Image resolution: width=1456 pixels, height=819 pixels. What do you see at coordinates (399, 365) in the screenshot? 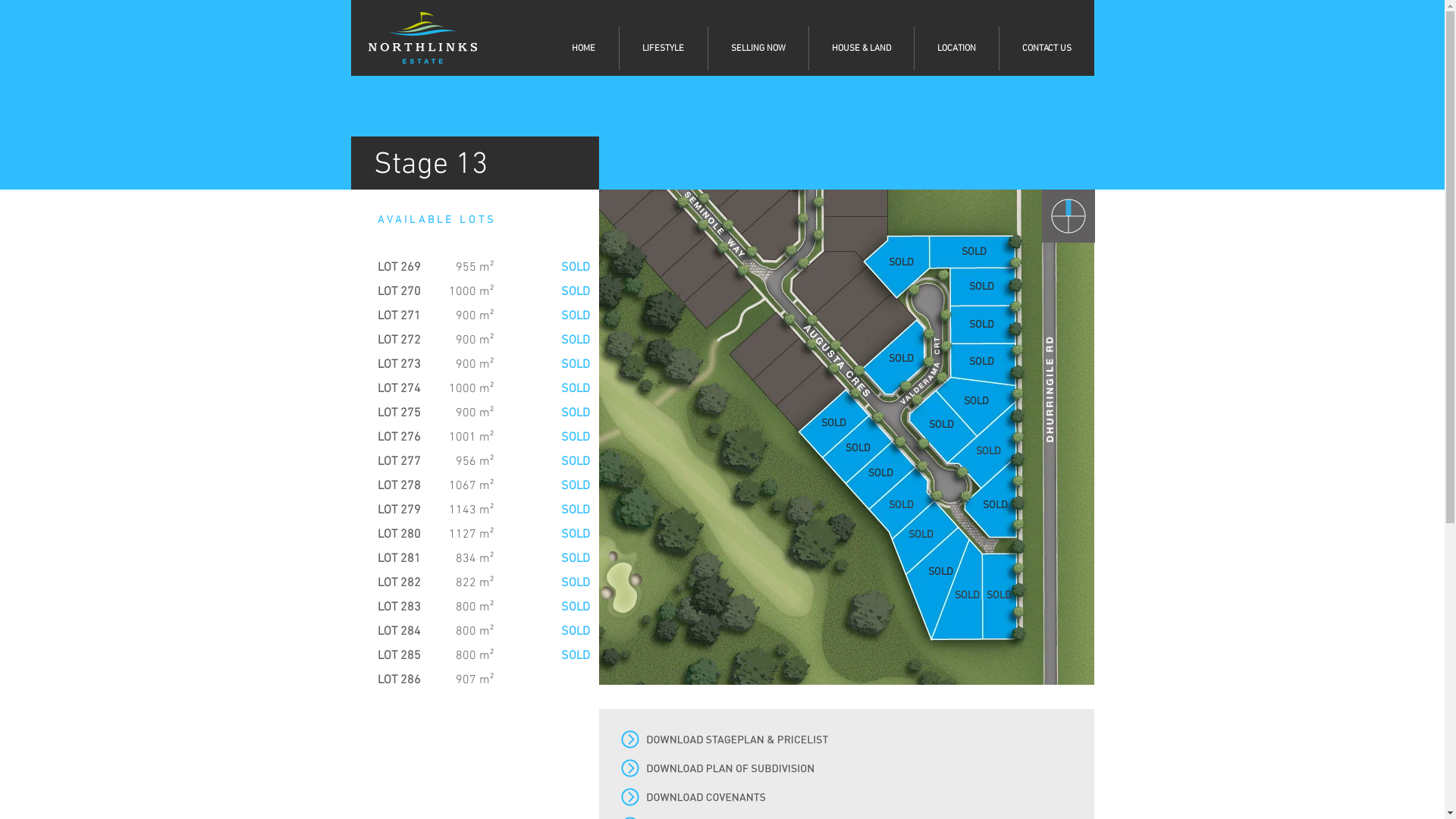
I see `'LOT 273'` at bounding box center [399, 365].